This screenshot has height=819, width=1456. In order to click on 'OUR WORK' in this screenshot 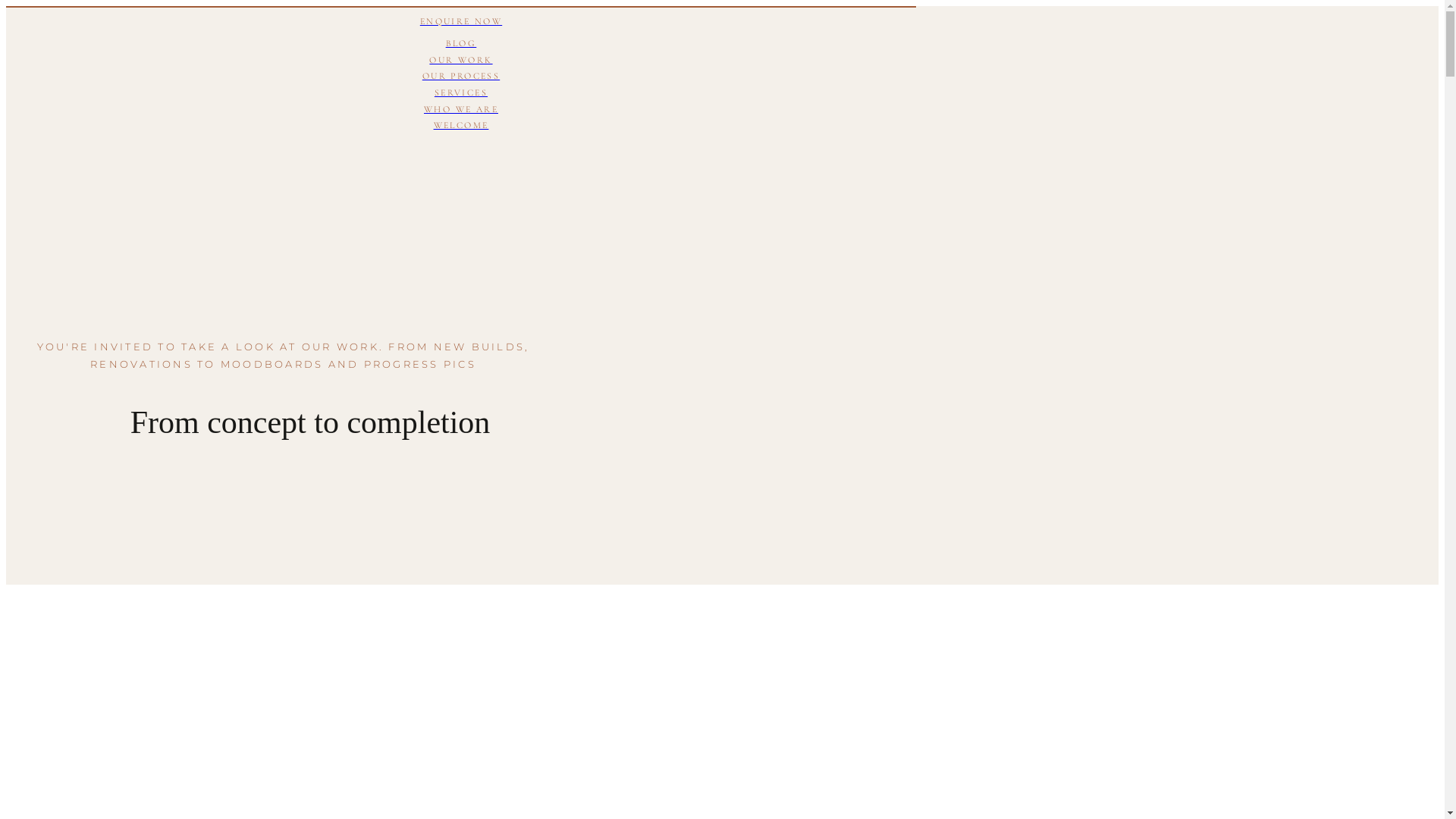, I will do `click(460, 60)`.